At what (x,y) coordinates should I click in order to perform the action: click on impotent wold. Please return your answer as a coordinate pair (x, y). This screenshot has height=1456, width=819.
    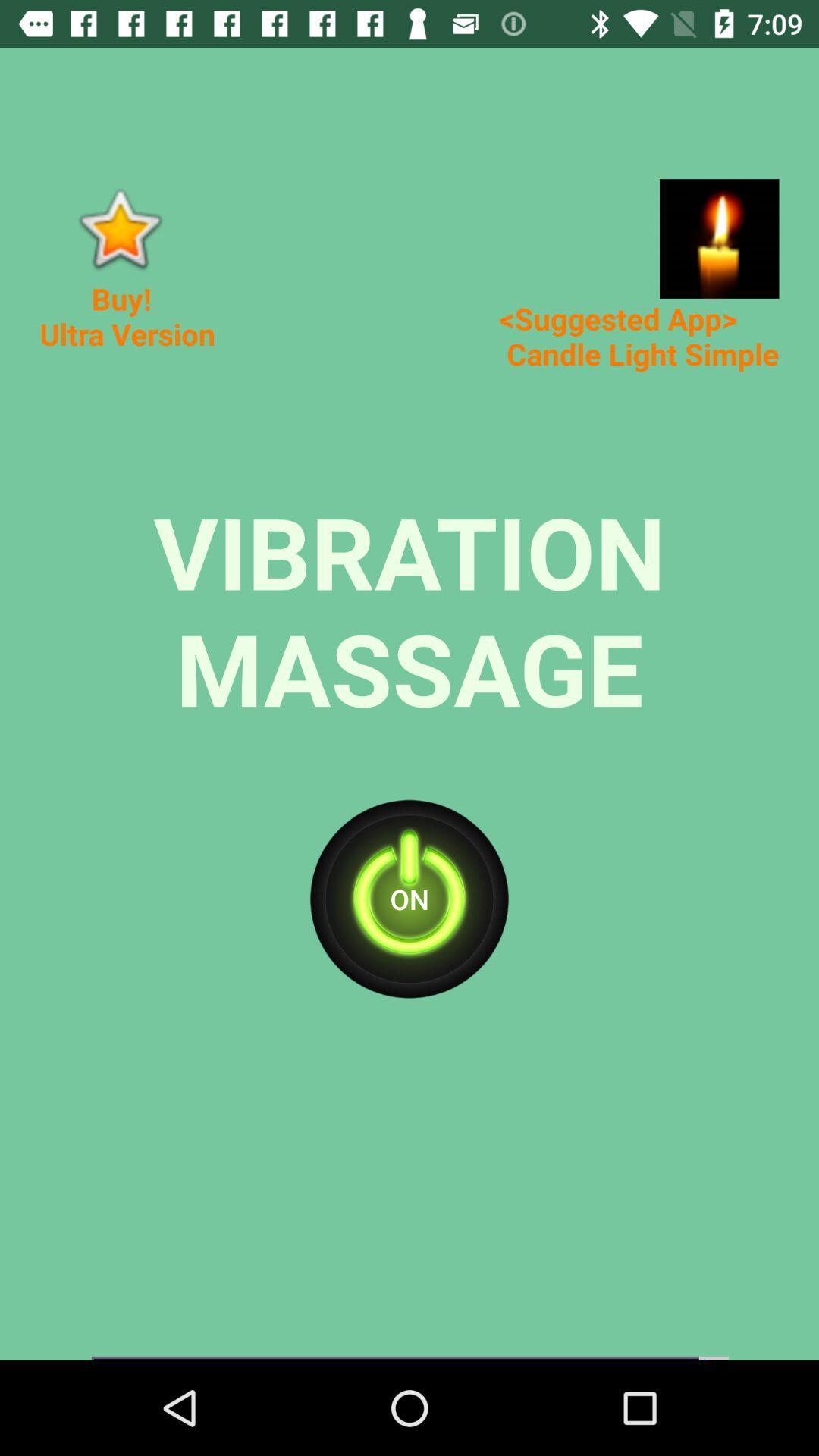
    Looking at the image, I should click on (118, 227).